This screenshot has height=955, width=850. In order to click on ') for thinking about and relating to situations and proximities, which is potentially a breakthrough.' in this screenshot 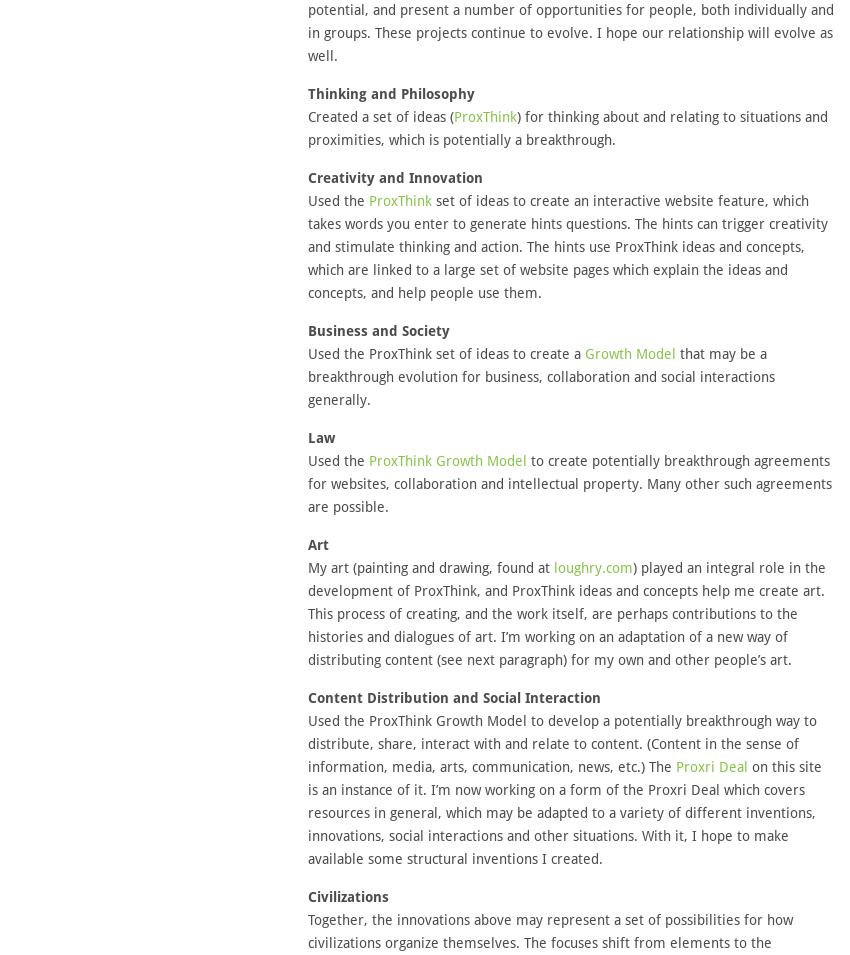, I will do `click(567, 127)`.